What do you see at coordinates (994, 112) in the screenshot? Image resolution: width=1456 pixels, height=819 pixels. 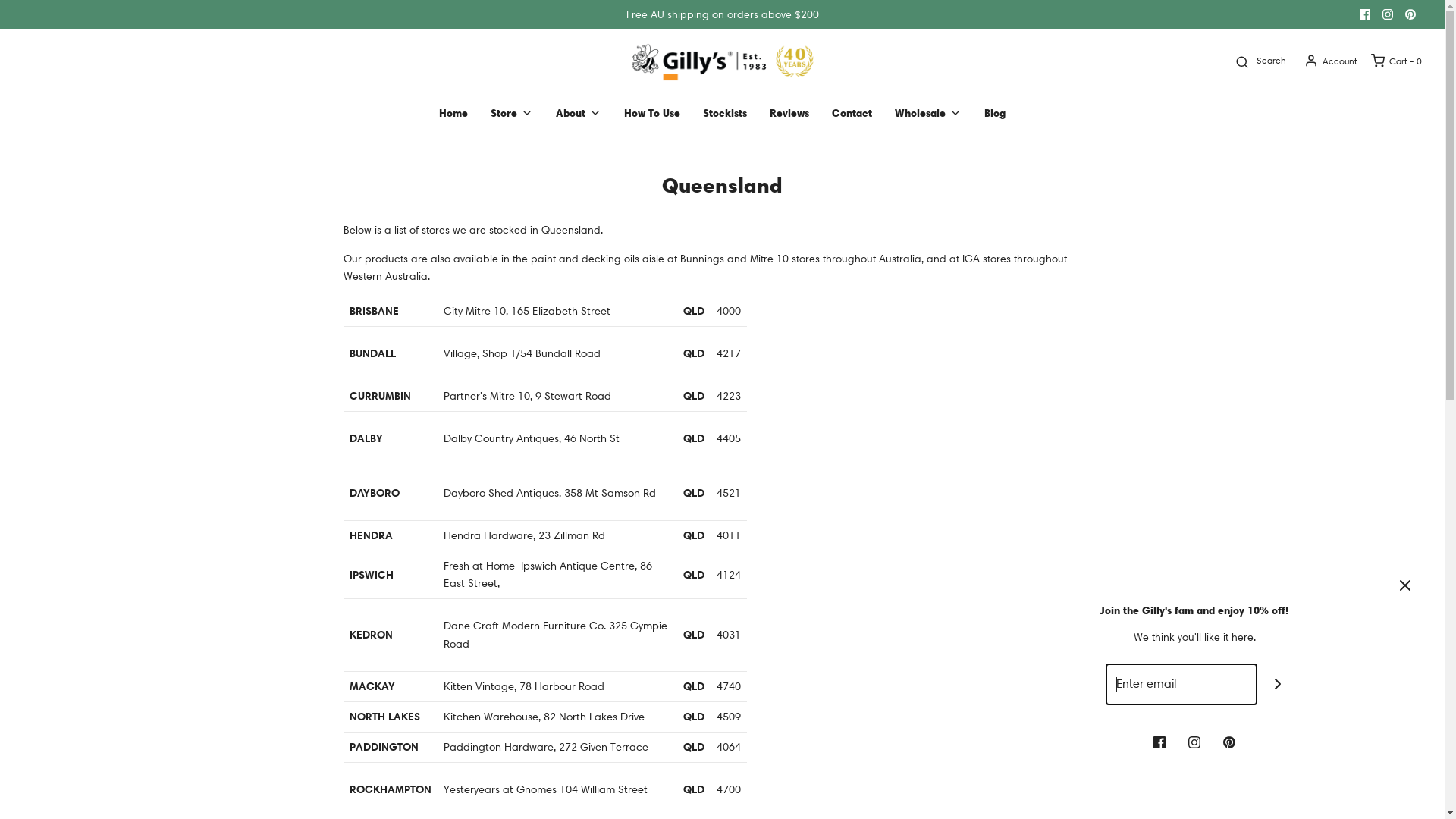 I see `'Blog'` at bounding box center [994, 112].